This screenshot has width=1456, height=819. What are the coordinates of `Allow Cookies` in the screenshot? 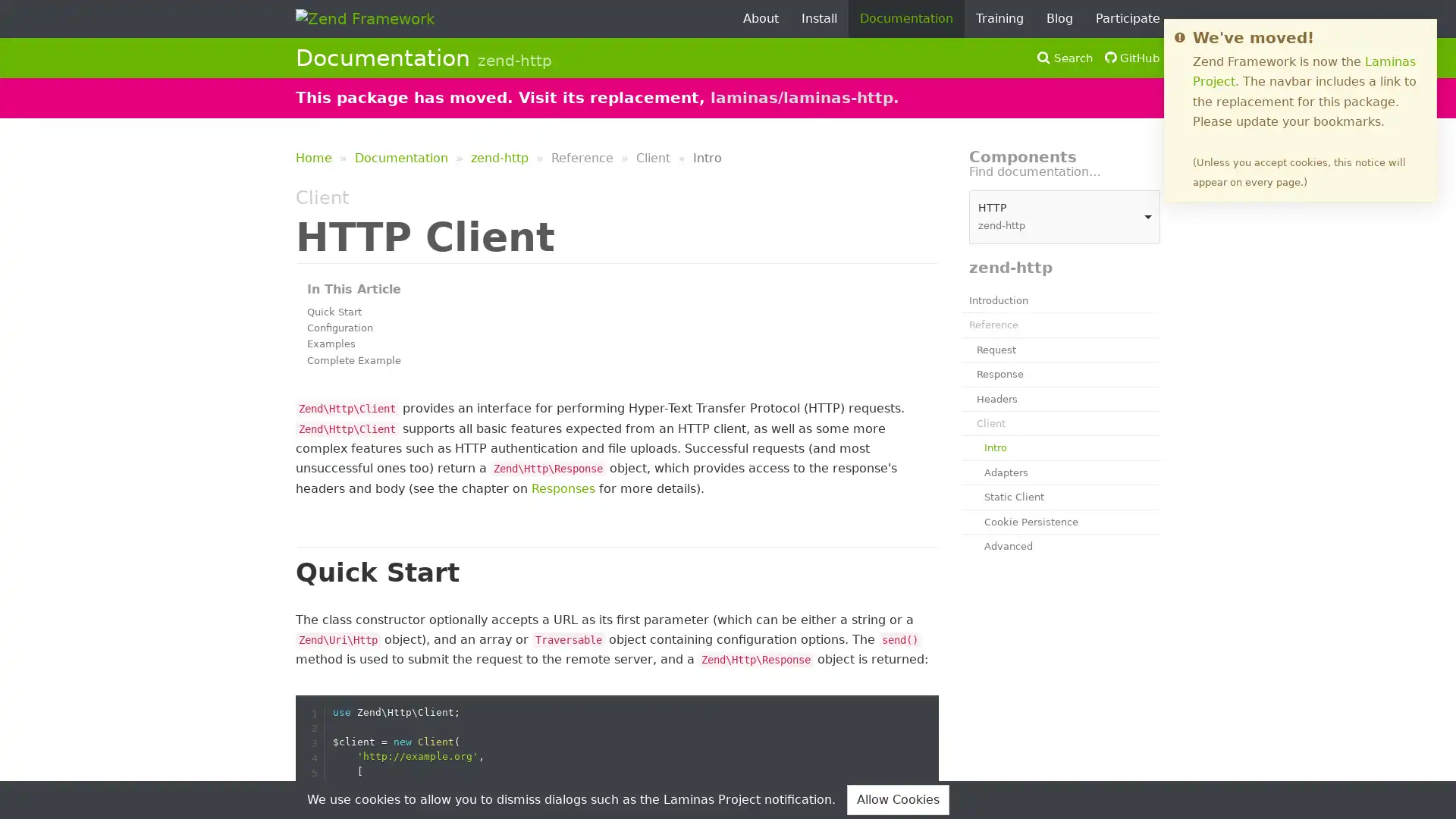 It's located at (898, 799).